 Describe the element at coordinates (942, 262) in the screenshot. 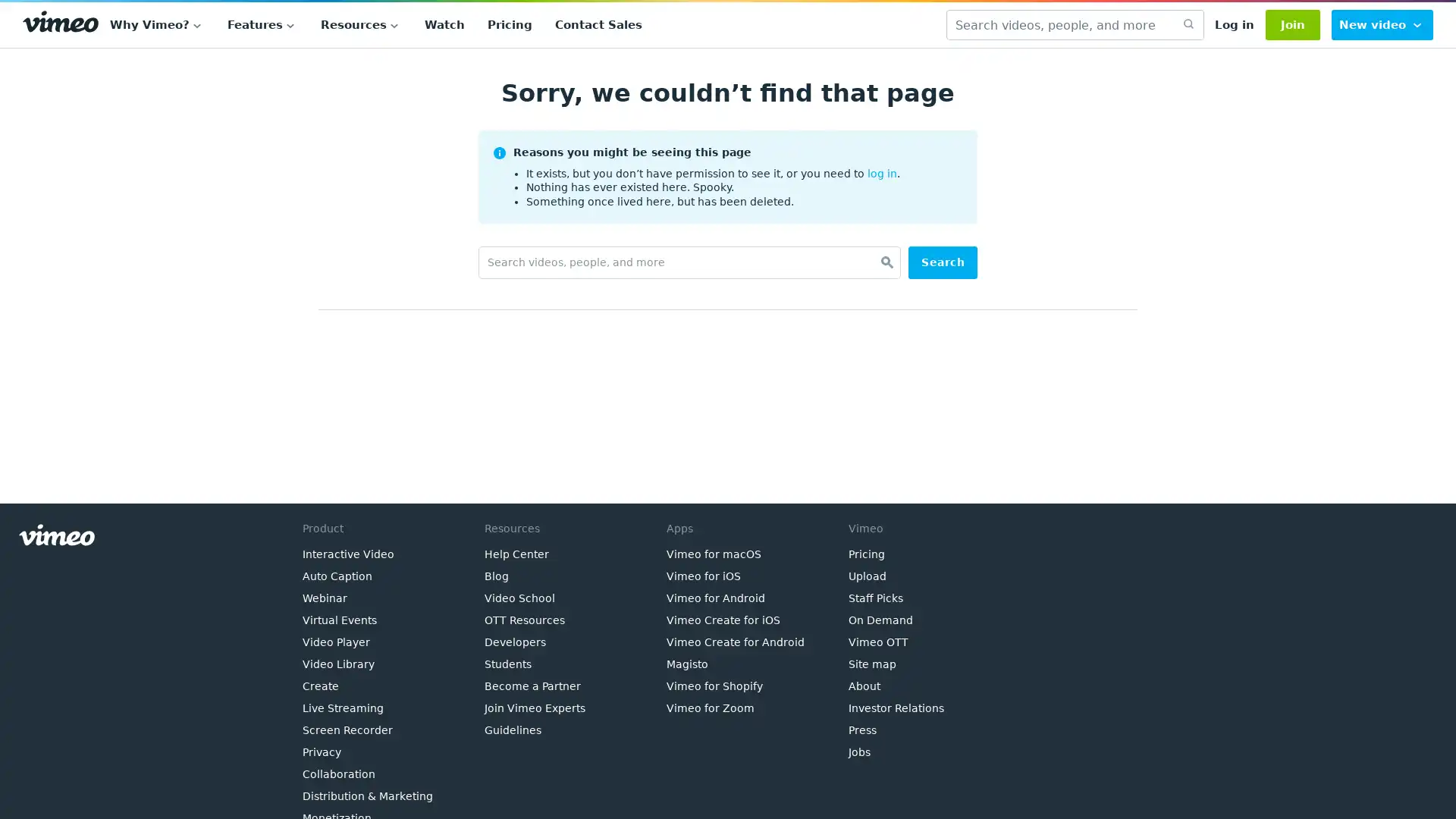

I see `Search` at that location.